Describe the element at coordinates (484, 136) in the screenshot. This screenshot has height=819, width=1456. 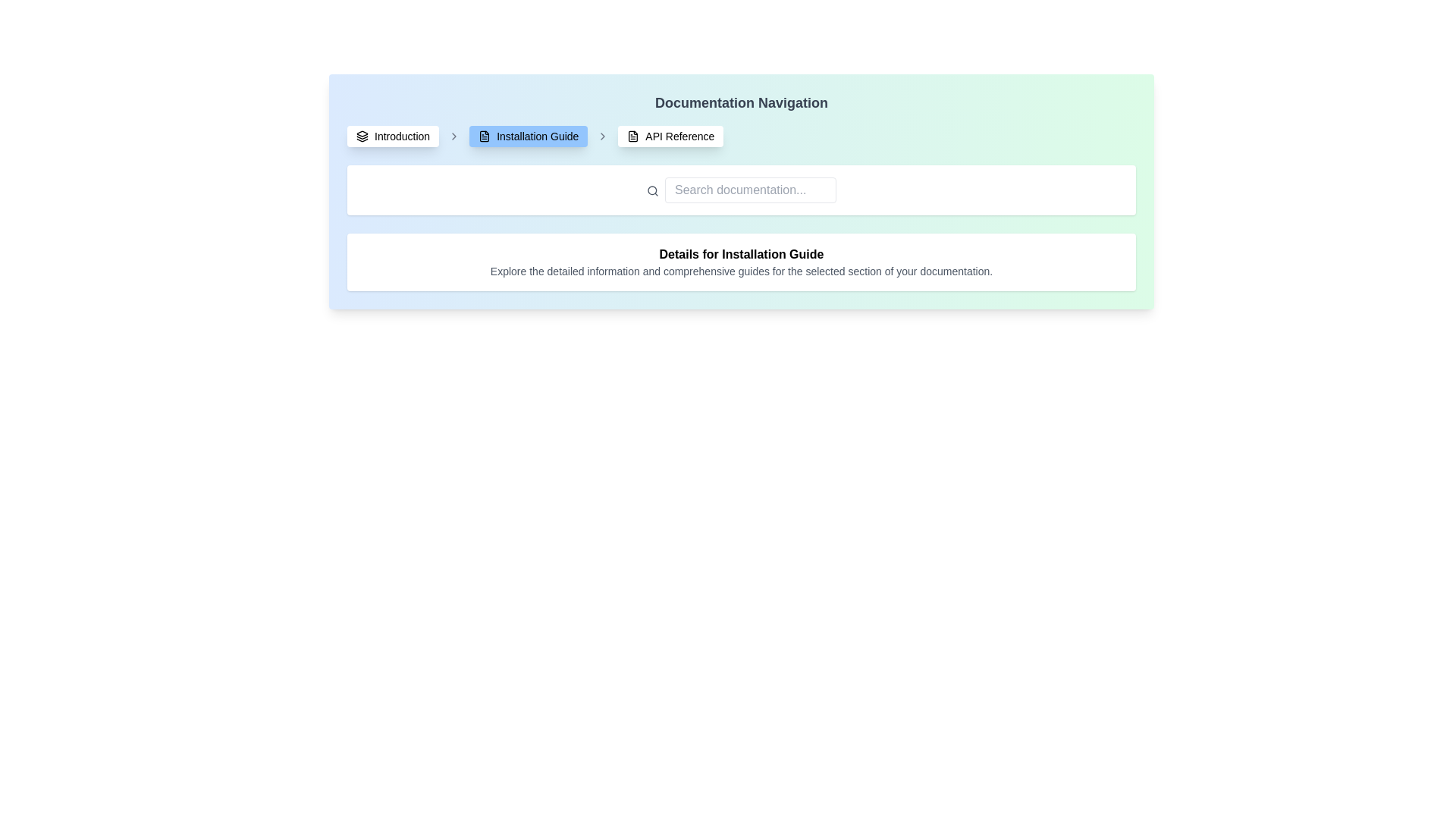
I see `the 'Installation Guide' button which contains the icon indicating the guide section, located towards the left side of the button text` at that location.